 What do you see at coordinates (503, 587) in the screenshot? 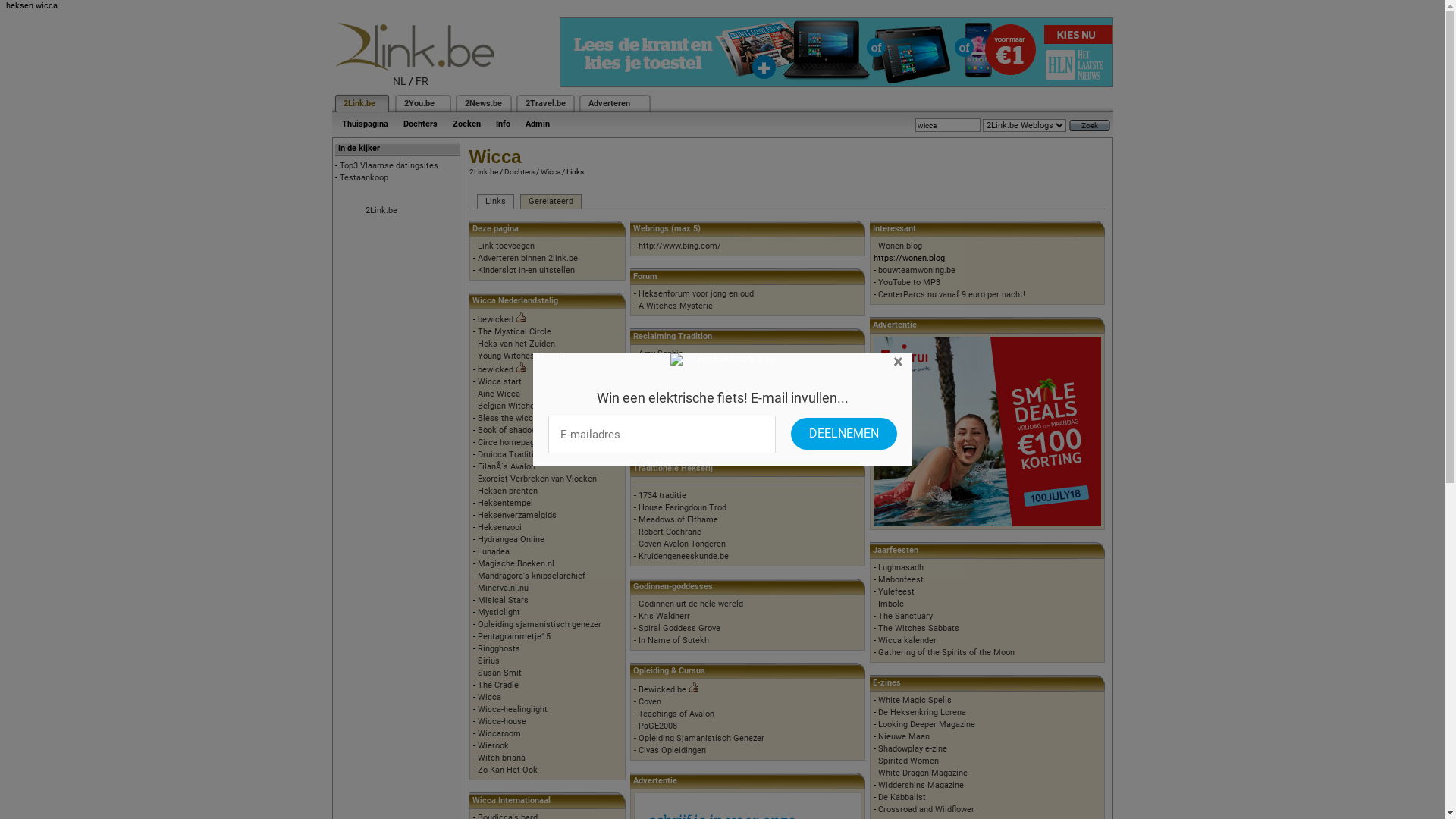
I see `'Minerva.nl.nu'` at bounding box center [503, 587].